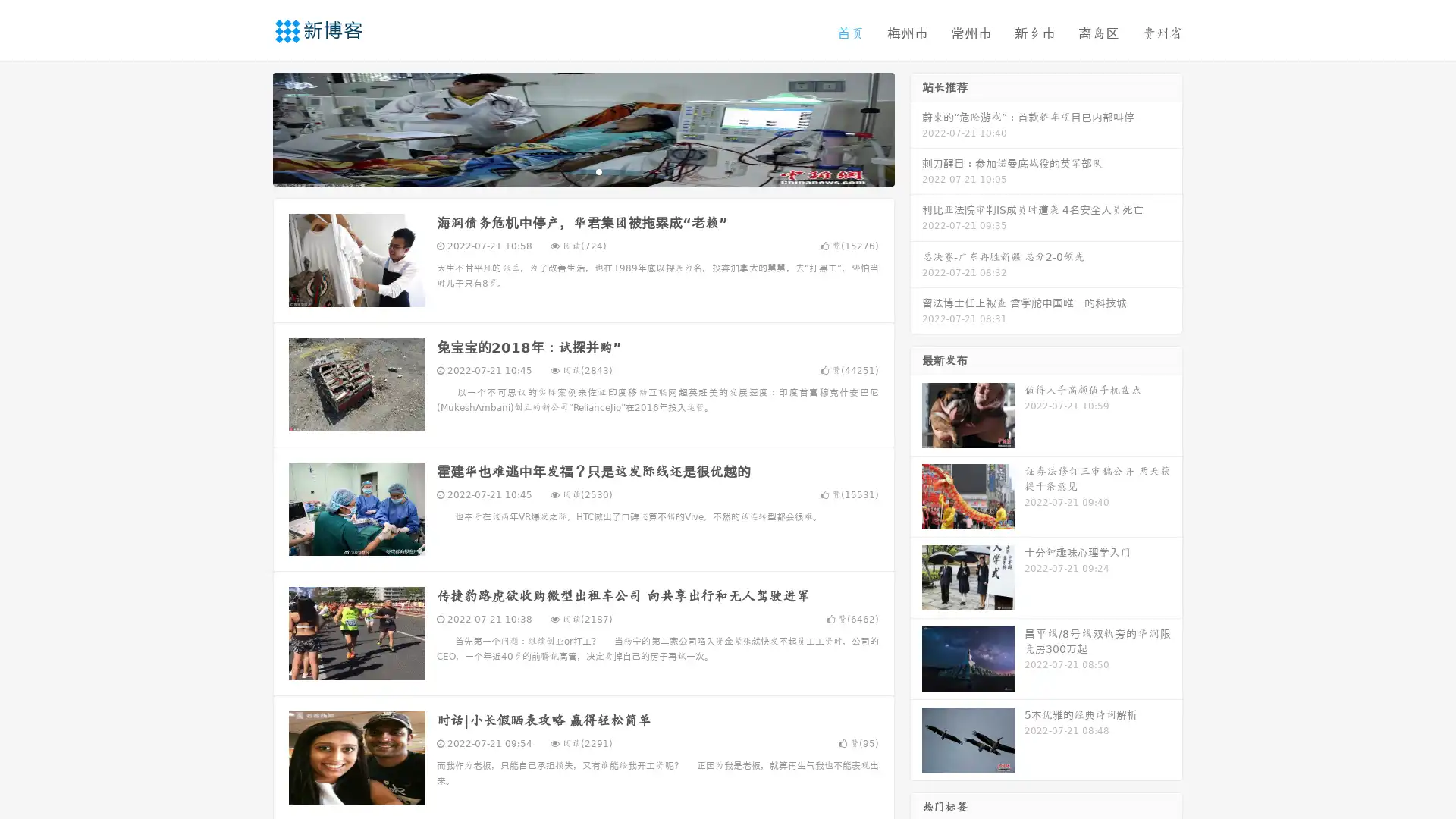 The image size is (1456, 819). What do you see at coordinates (582, 171) in the screenshot?
I see `Go to slide 2` at bounding box center [582, 171].